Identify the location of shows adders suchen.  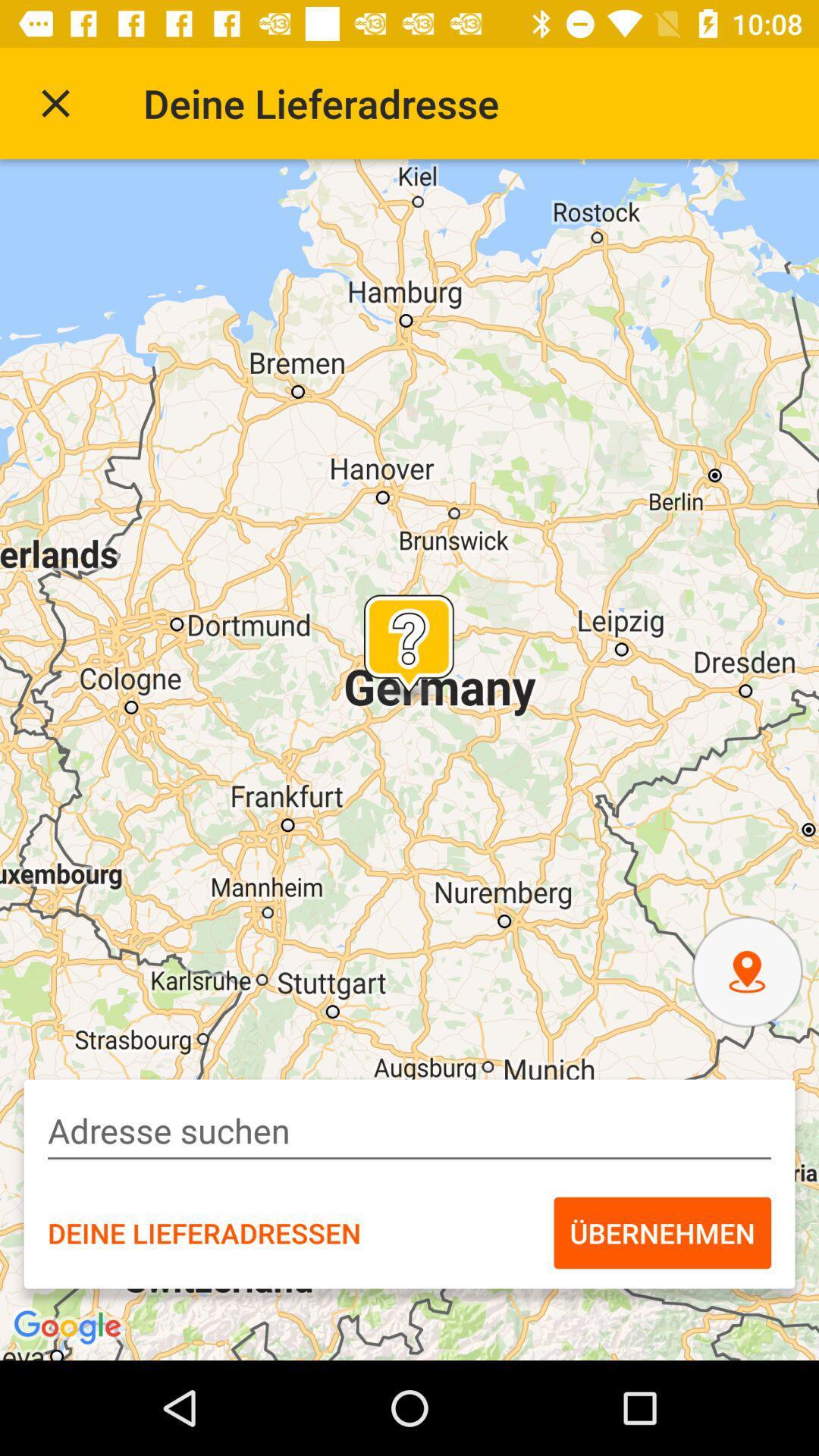
(409, 1131).